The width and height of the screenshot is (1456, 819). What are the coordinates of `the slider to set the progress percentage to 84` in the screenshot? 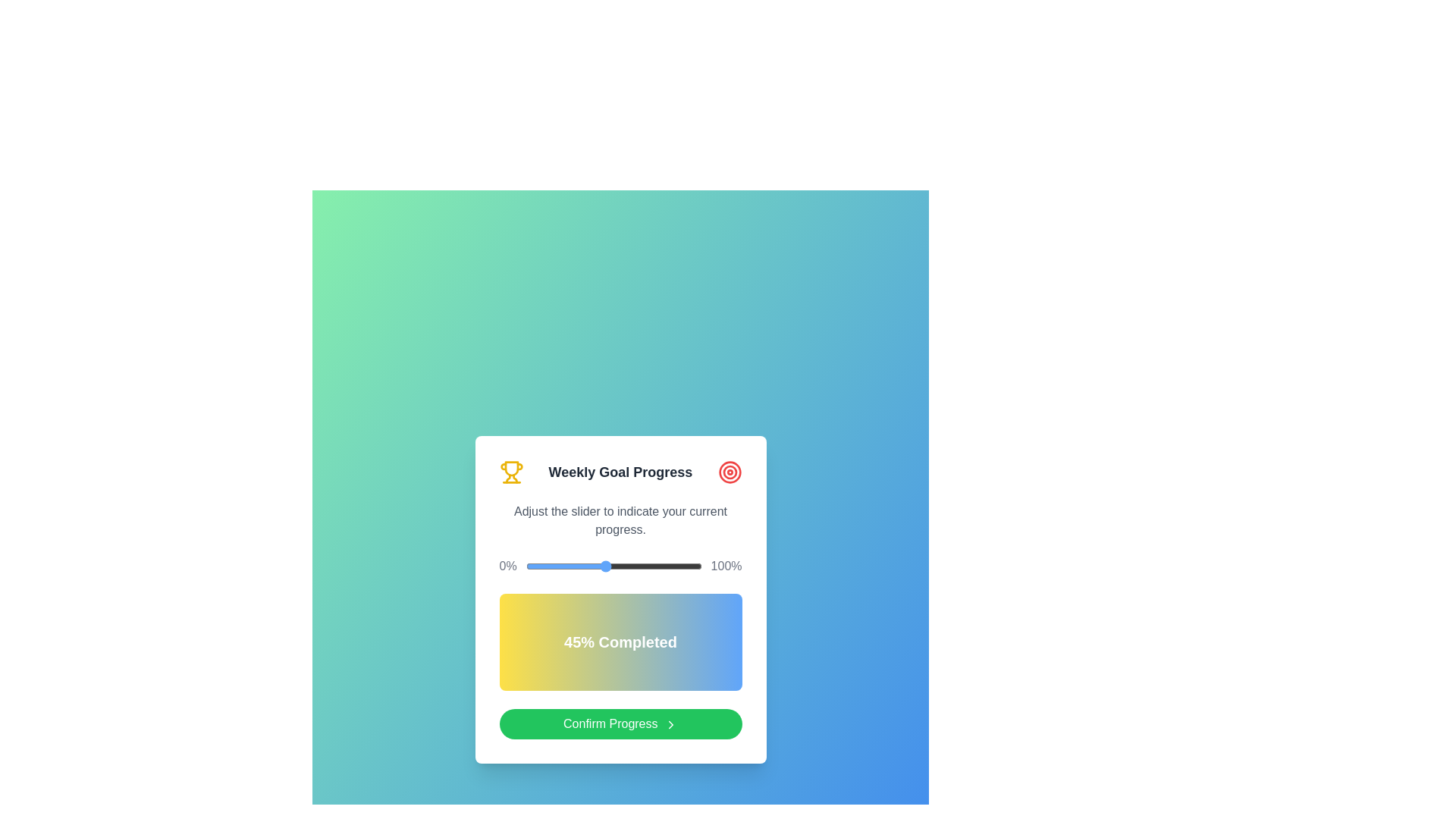 It's located at (673, 566).